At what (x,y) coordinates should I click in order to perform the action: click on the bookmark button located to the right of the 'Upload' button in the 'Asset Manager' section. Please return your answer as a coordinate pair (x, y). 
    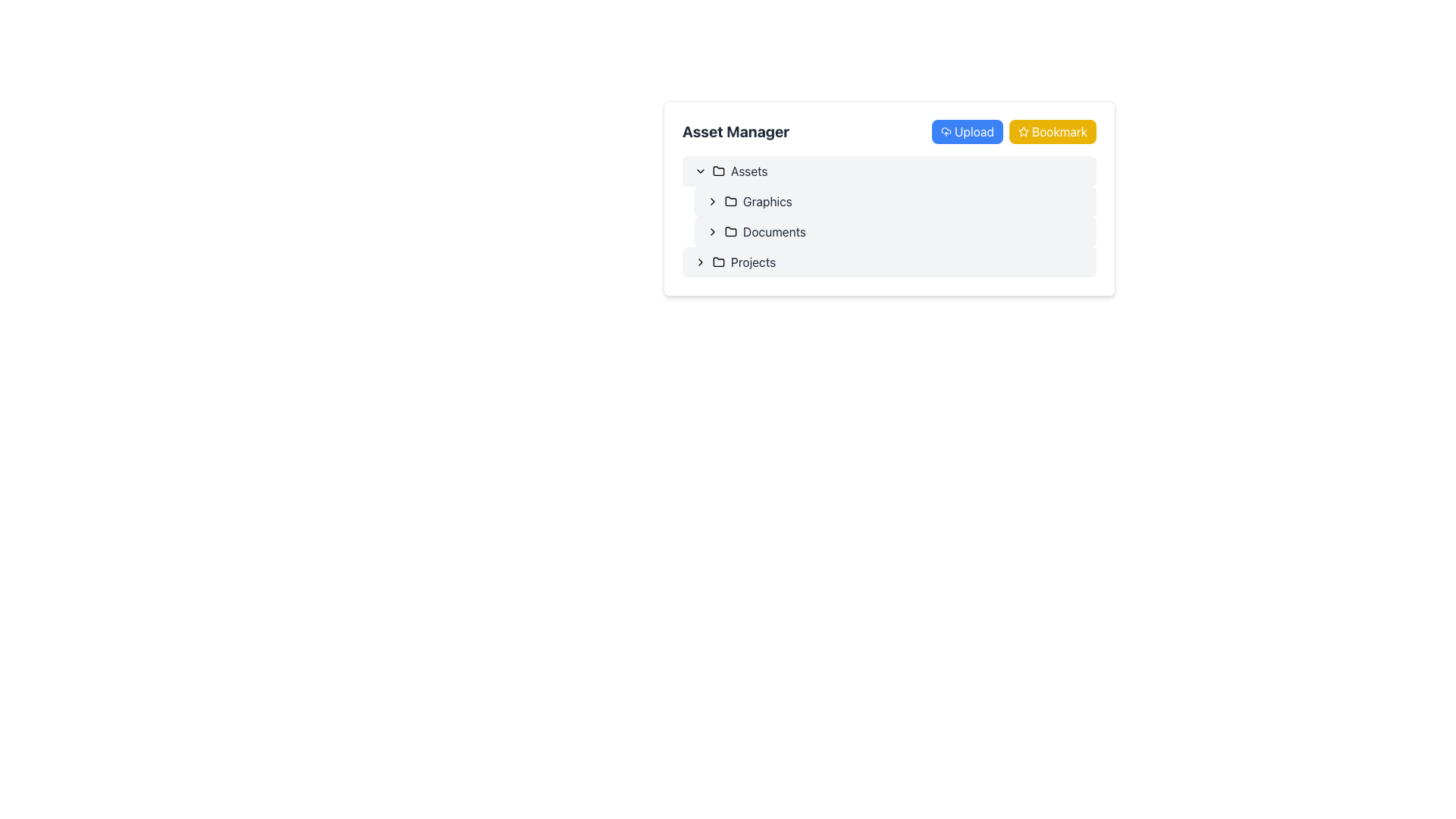
    Looking at the image, I should click on (1014, 130).